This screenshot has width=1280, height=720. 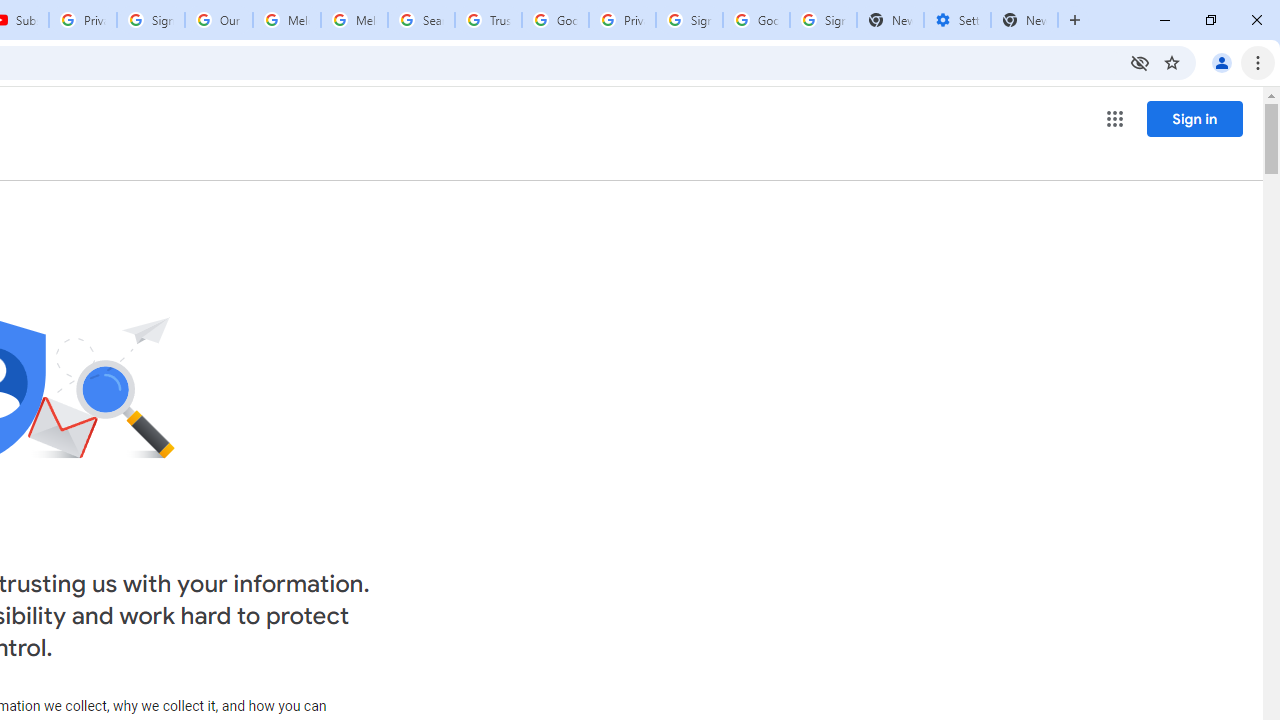 What do you see at coordinates (420, 20) in the screenshot?
I see `'Search our Doodle Library Collection - Google Doodles'` at bounding box center [420, 20].